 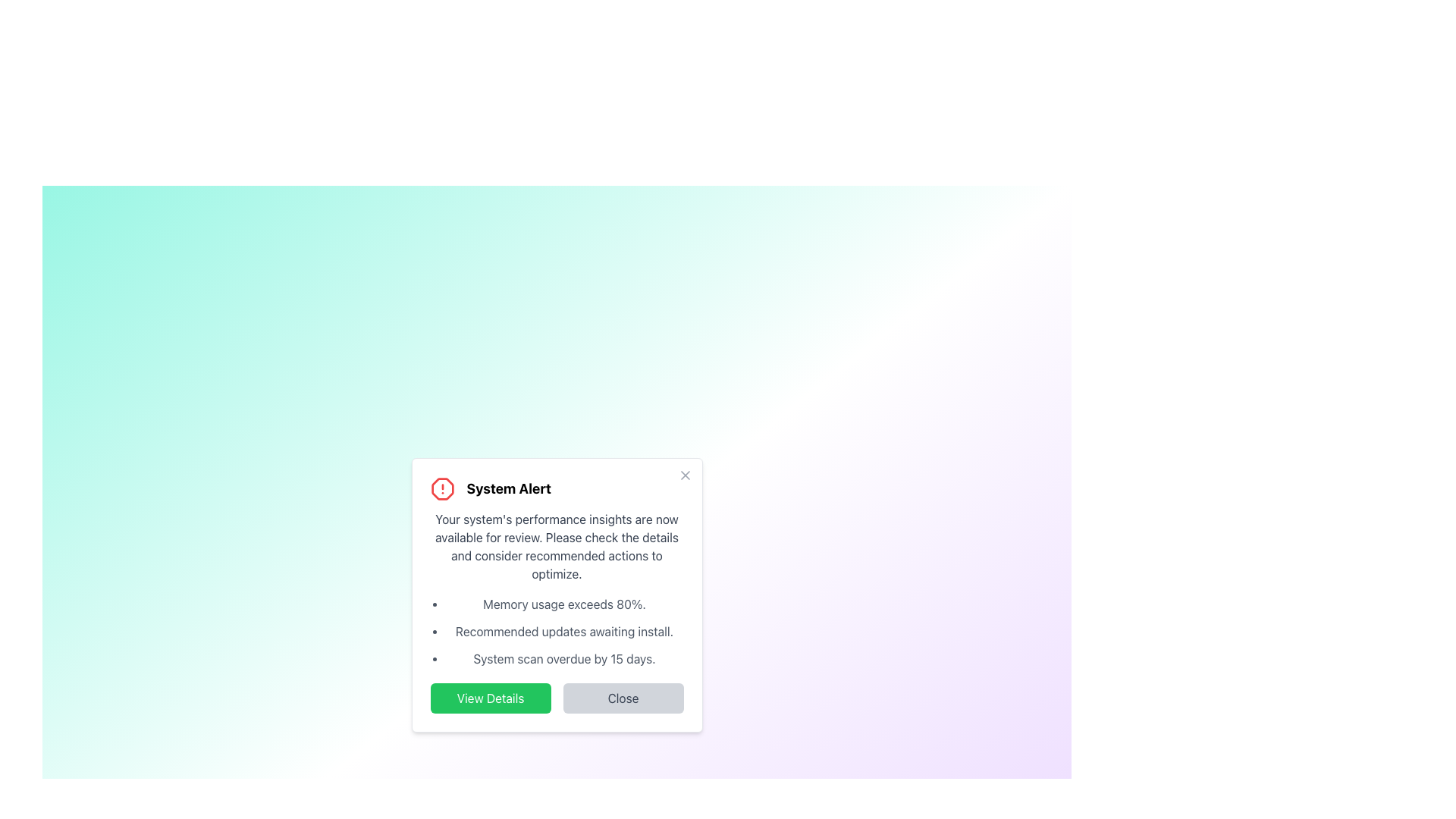 I want to click on notification text label that informs the user about a pending recommendation to install updates, which is the second item in the list of system alerts, so click(x=563, y=632).